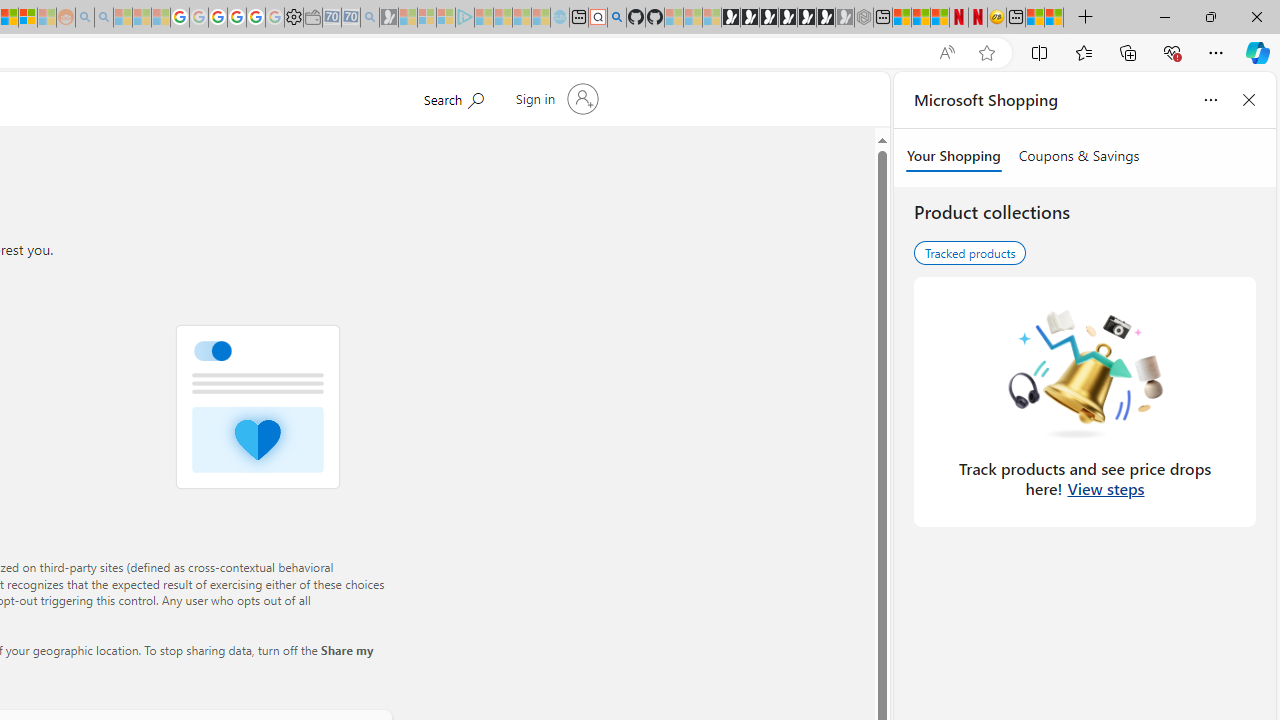 This screenshot has height=720, width=1280. Describe the element at coordinates (1035, 17) in the screenshot. I see `'Wildlife - MSN'` at that location.